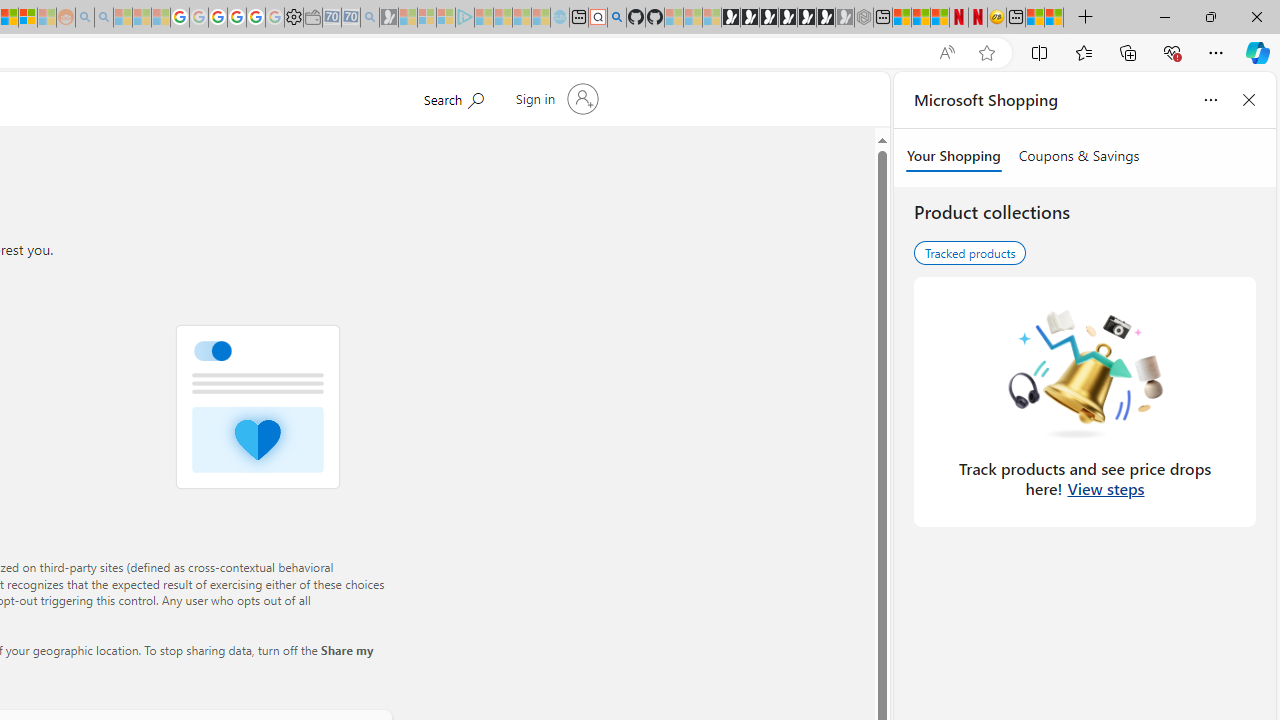 This screenshot has height=720, width=1280. Describe the element at coordinates (1035, 17) in the screenshot. I see `'Wildlife - MSN'` at that location.